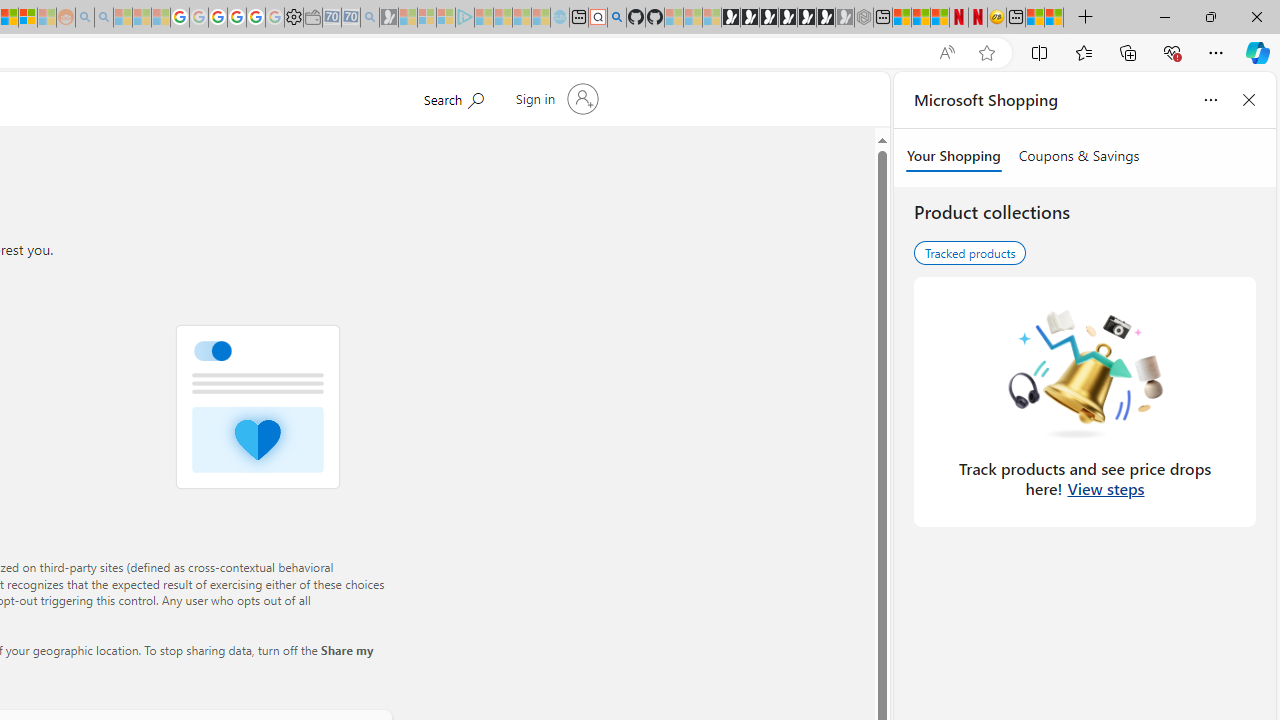 This screenshot has height=720, width=1280. Describe the element at coordinates (1035, 17) in the screenshot. I see `'Wildlife - MSN'` at that location.